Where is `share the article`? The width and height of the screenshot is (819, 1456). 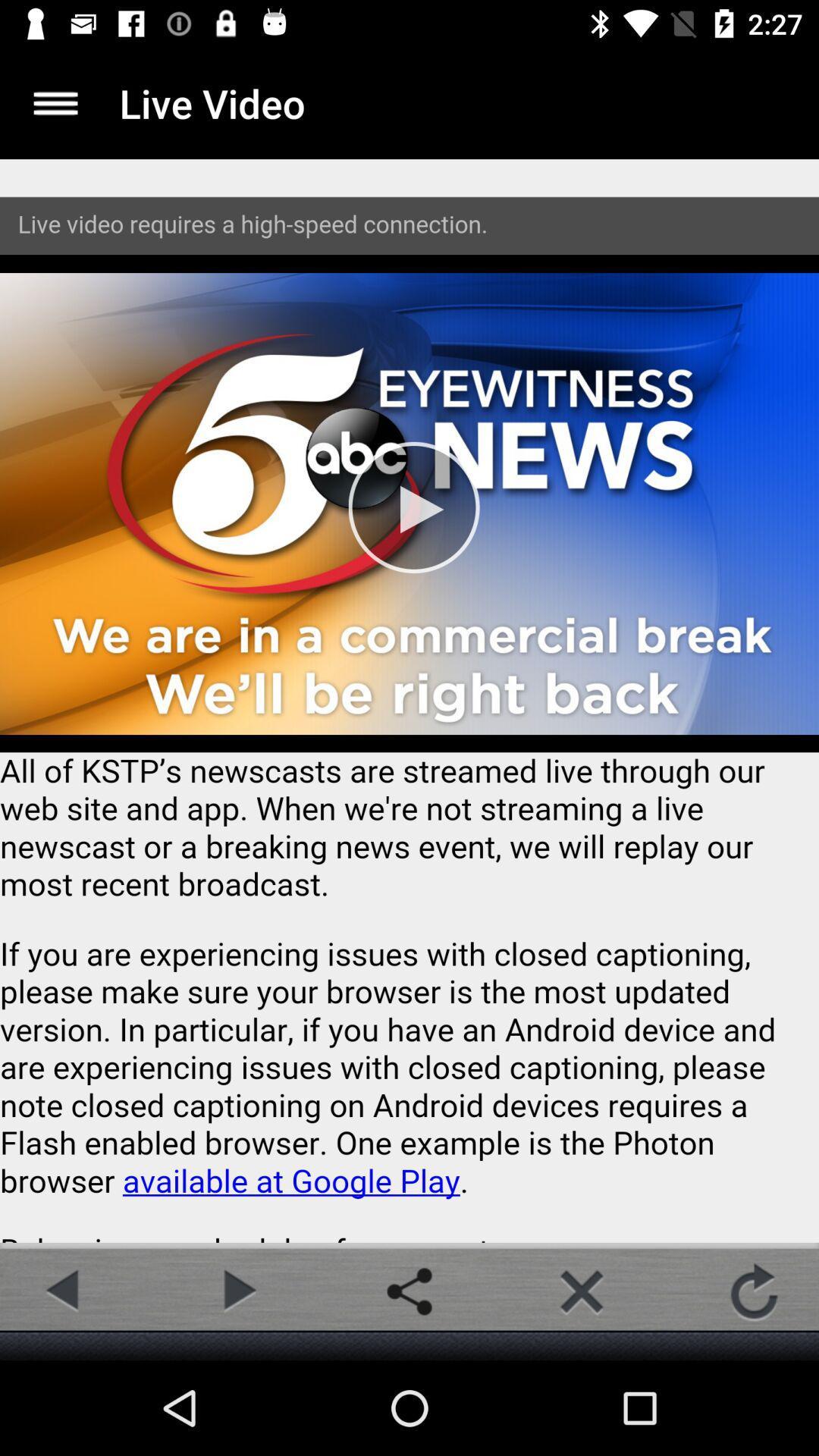 share the article is located at coordinates (409, 1291).